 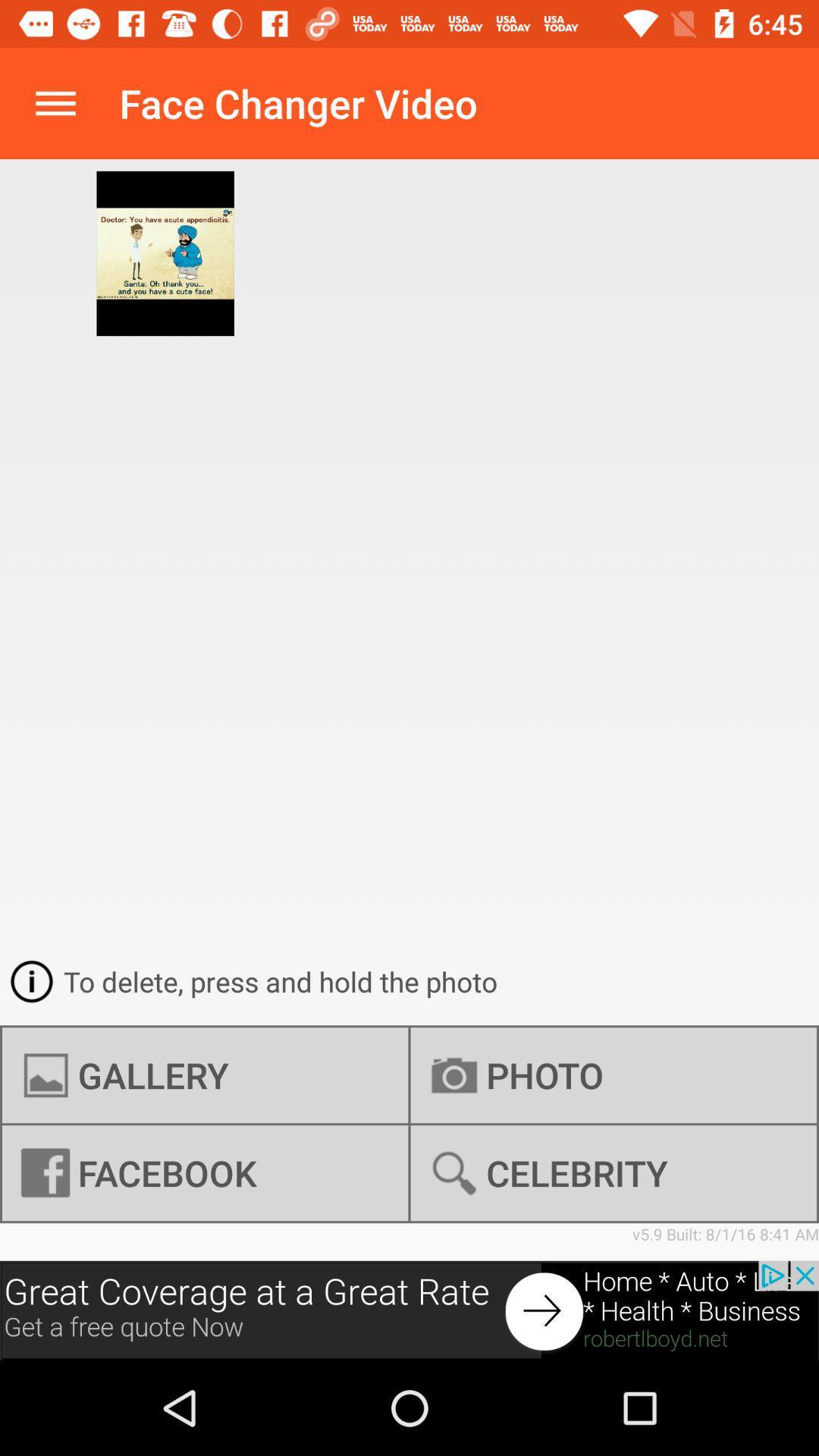 I want to click on the item to the left of the face changer video app, so click(x=55, y=102).